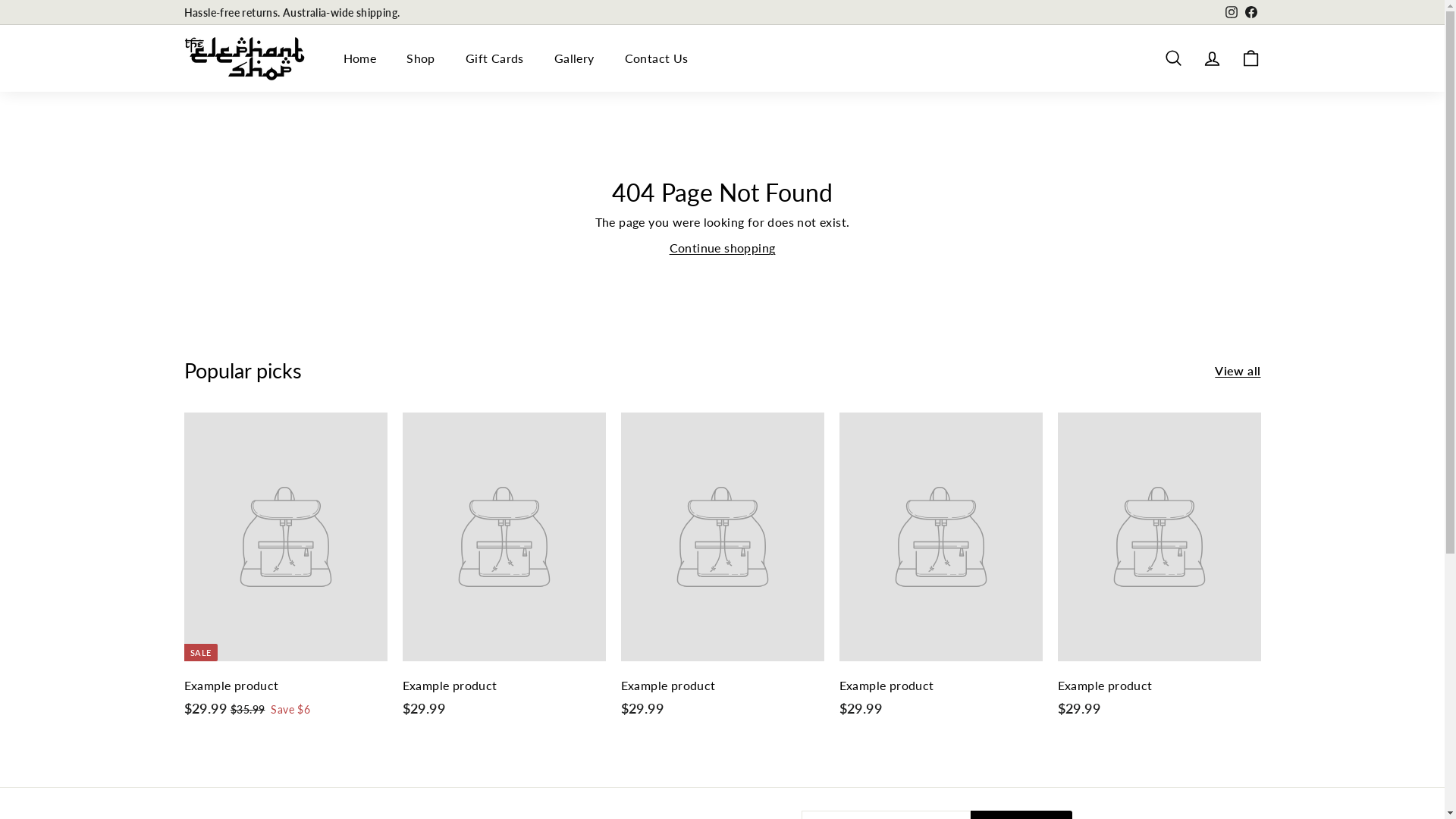 The image size is (1456, 819). Describe the element at coordinates (1210, 57) in the screenshot. I see `'Account'` at that location.